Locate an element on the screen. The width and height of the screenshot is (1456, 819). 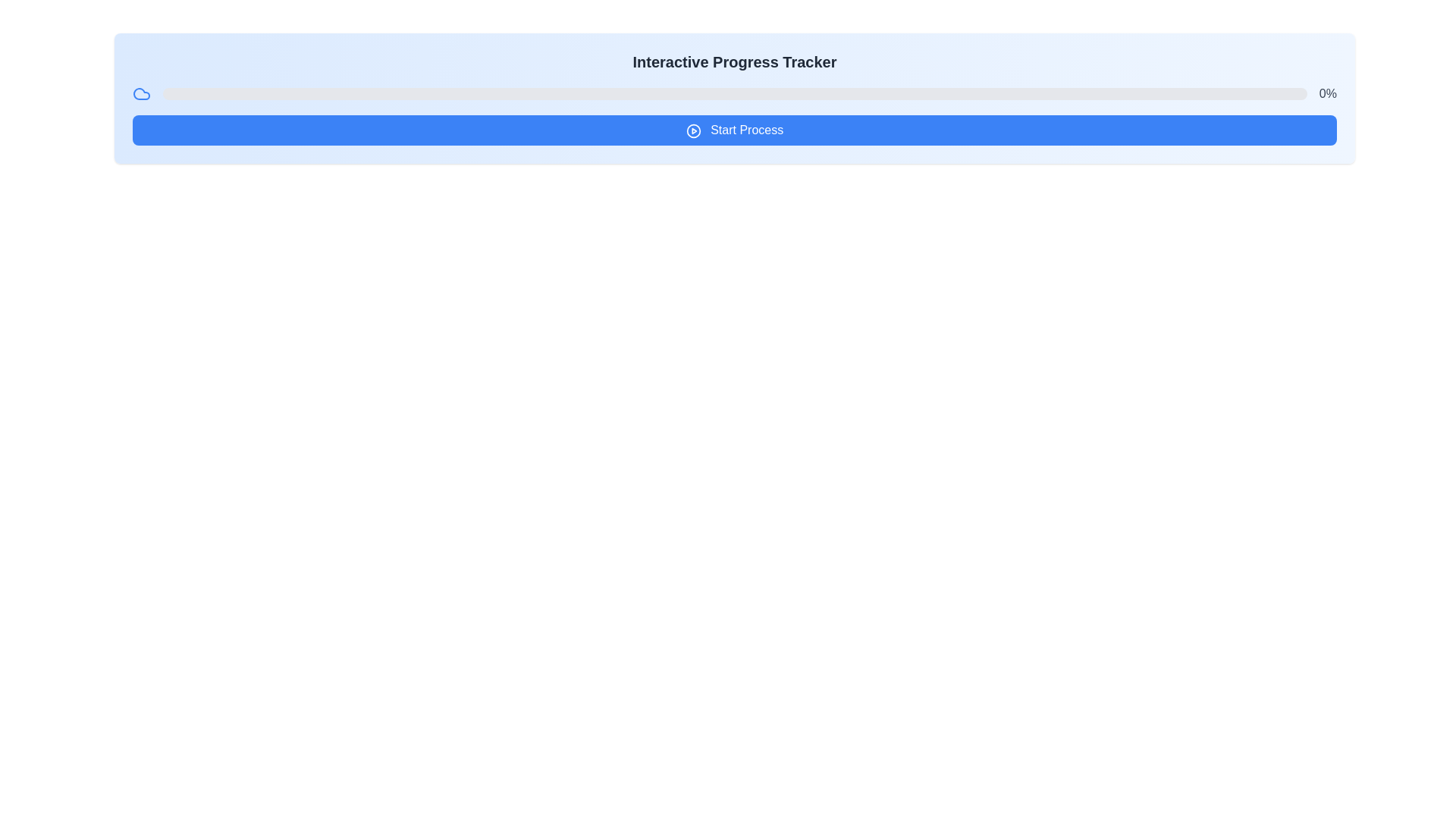
the call-to-action button located below the progress bar and label '0%' to observe hover effects is located at coordinates (735, 130).